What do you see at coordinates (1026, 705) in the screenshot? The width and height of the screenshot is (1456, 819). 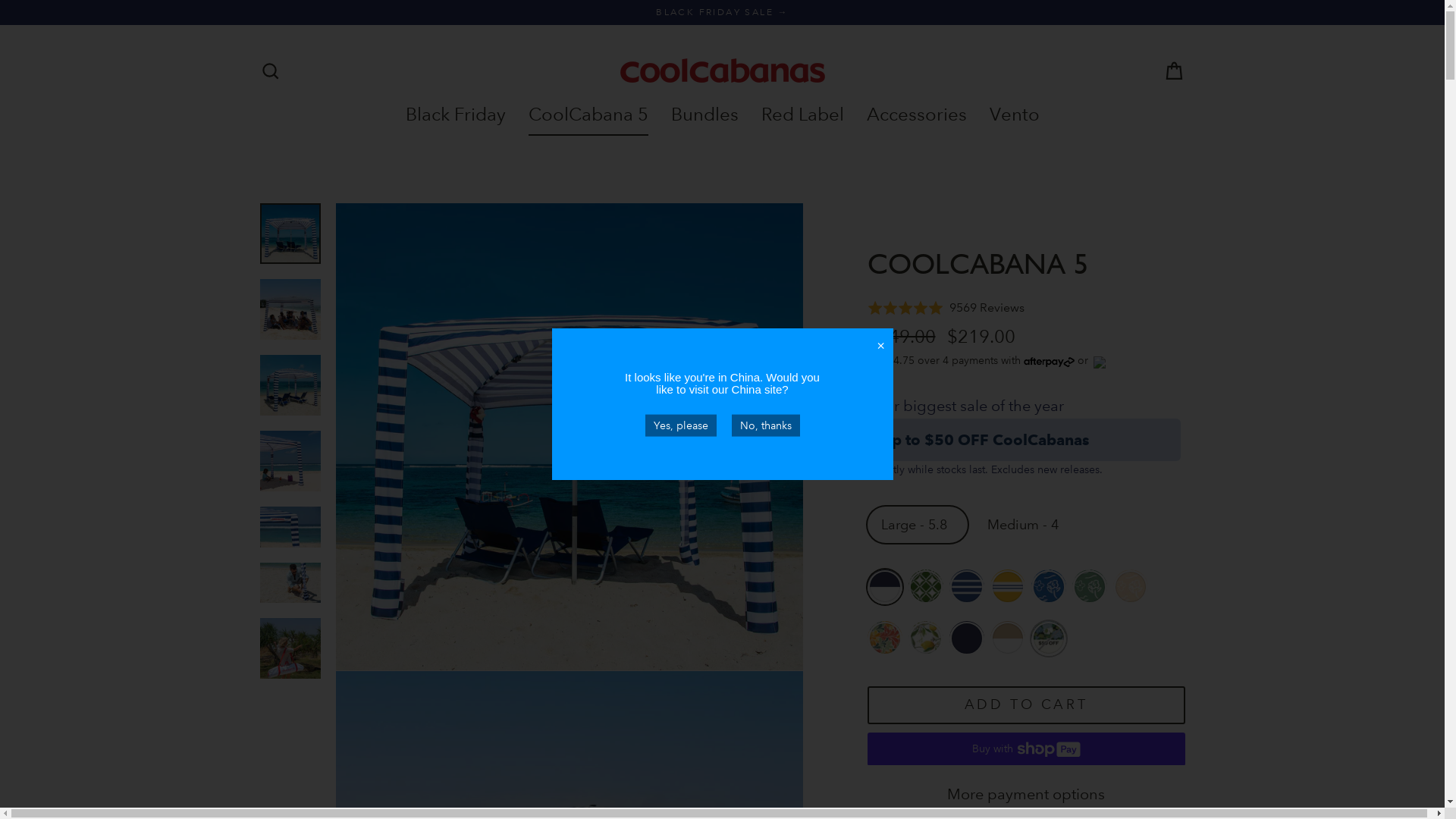 I see `'ADD TO CART'` at bounding box center [1026, 705].